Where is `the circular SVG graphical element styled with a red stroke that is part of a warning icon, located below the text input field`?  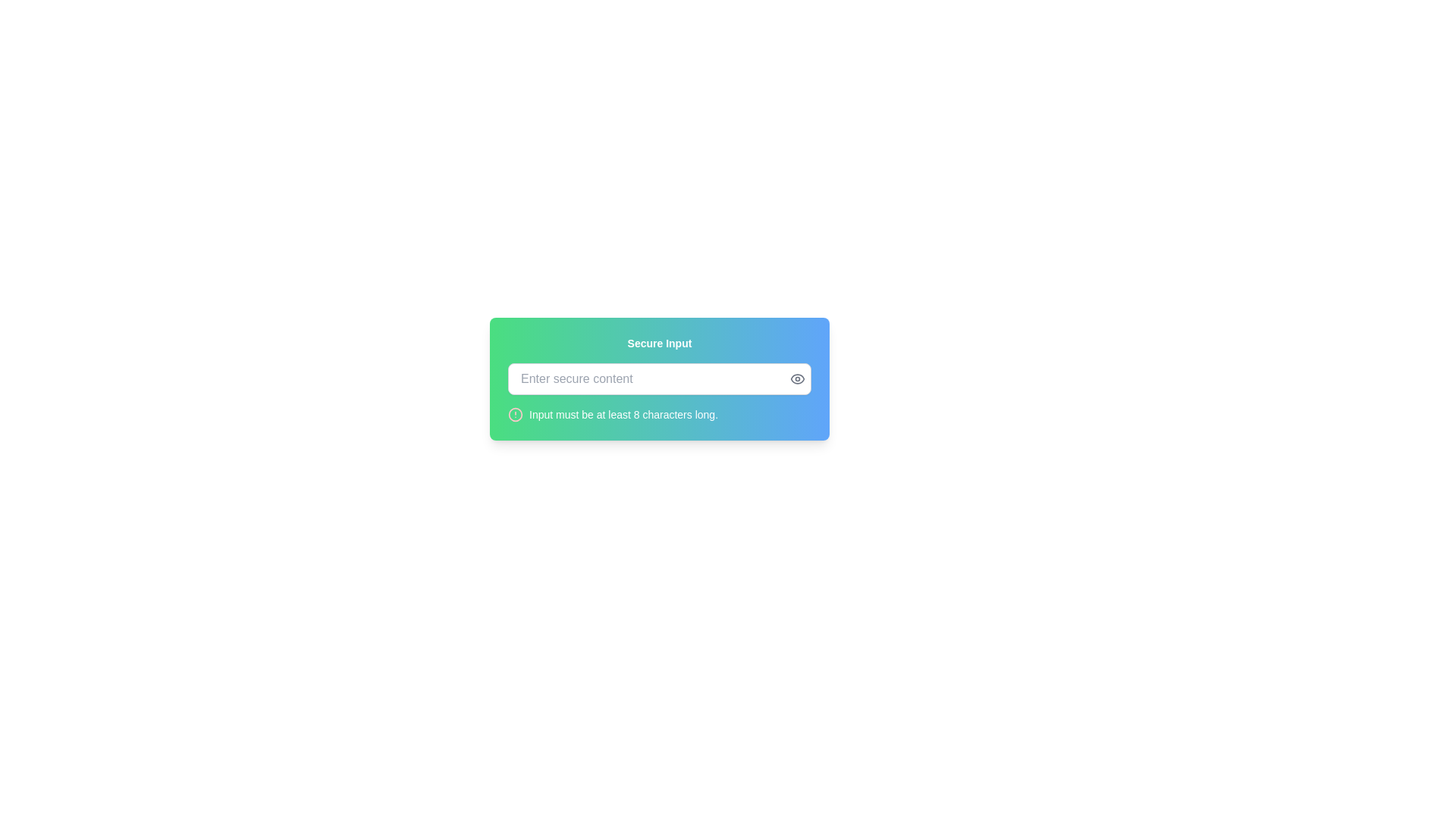 the circular SVG graphical element styled with a red stroke that is part of a warning icon, located below the text input field is located at coordinates (516, 415).